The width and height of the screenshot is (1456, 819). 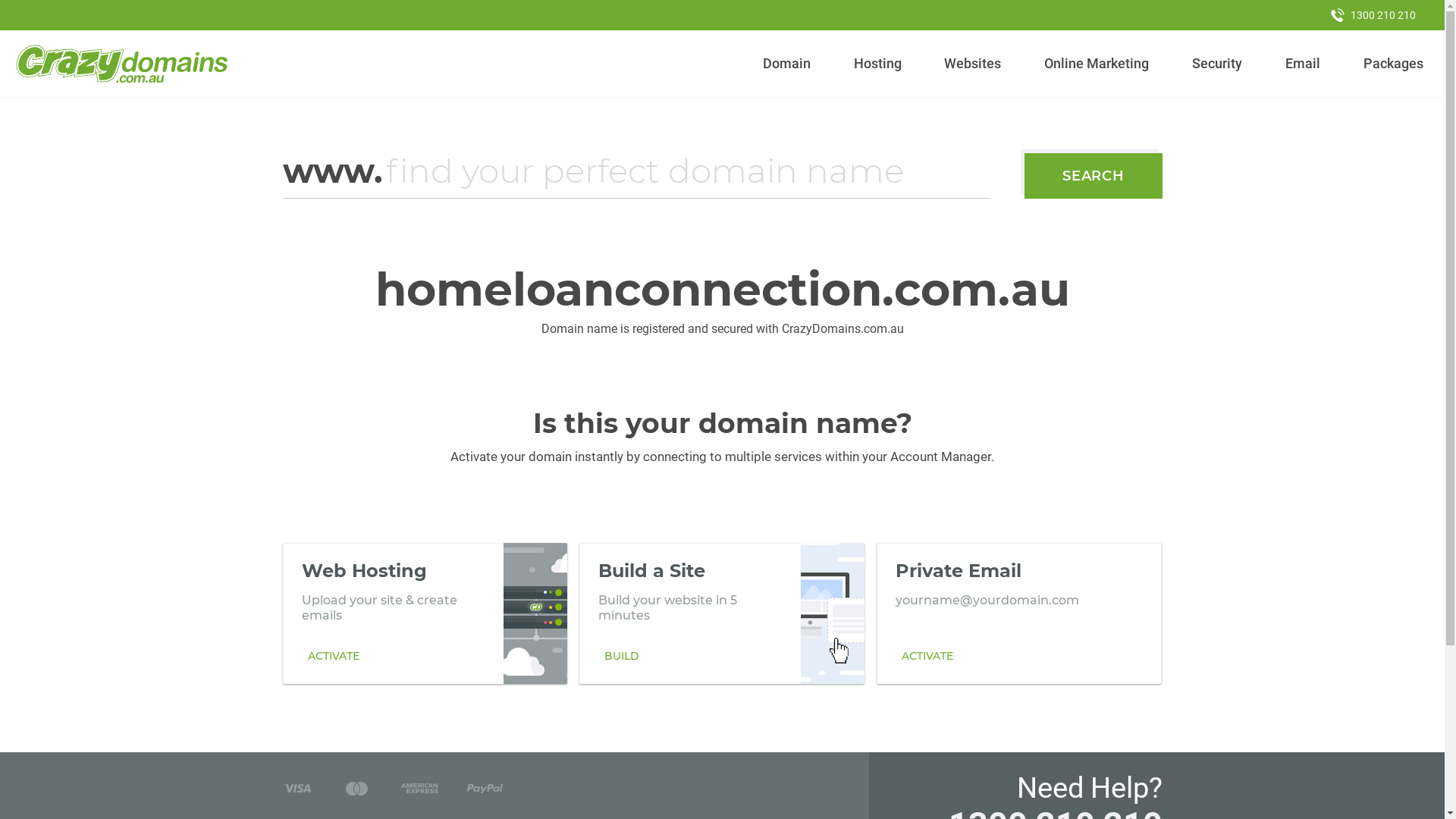 I want to click on 'Packages', so click(x=1393, y=63).